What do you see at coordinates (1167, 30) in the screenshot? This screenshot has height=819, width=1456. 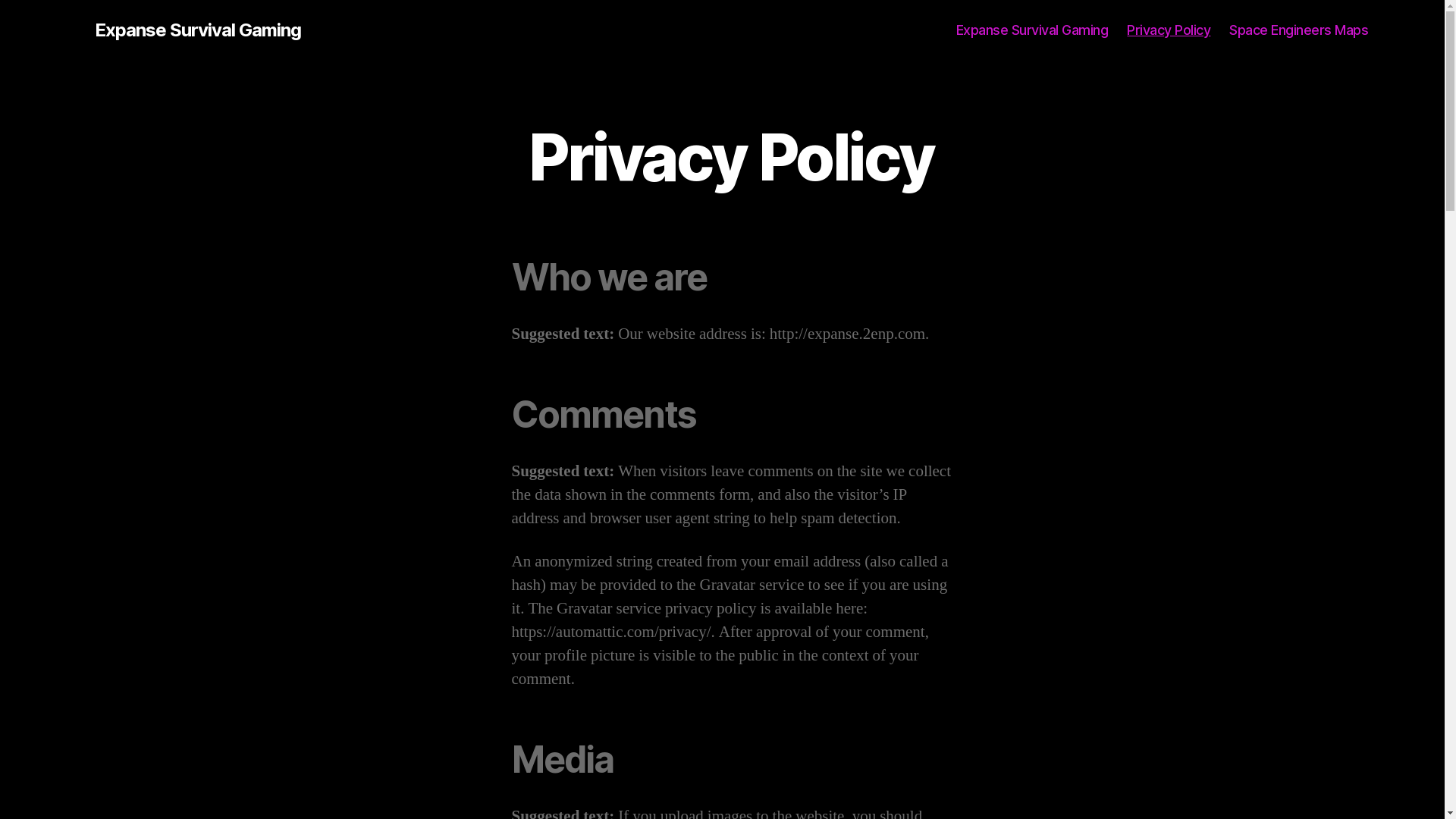 I see `'Privacy Policy'` at bounding box center [1167, 30].